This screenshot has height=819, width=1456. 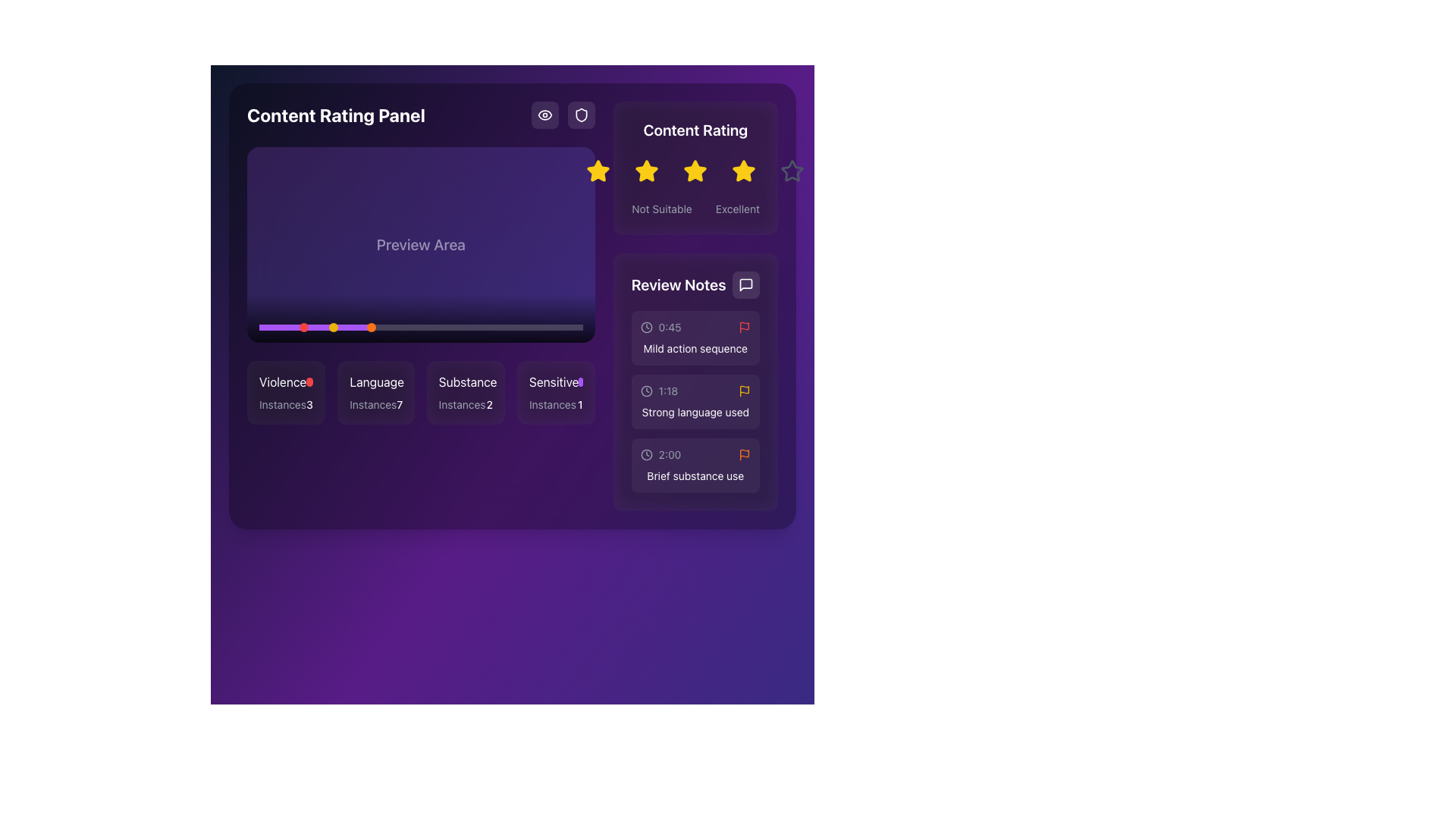 What do you see at coordinates (489, 403) in the screenshot?
I see `the small numerical static text displayed in white color adjacent to the word 'Instances' within the lower section of the 'Substance' card` at bounding box center [489, 403].